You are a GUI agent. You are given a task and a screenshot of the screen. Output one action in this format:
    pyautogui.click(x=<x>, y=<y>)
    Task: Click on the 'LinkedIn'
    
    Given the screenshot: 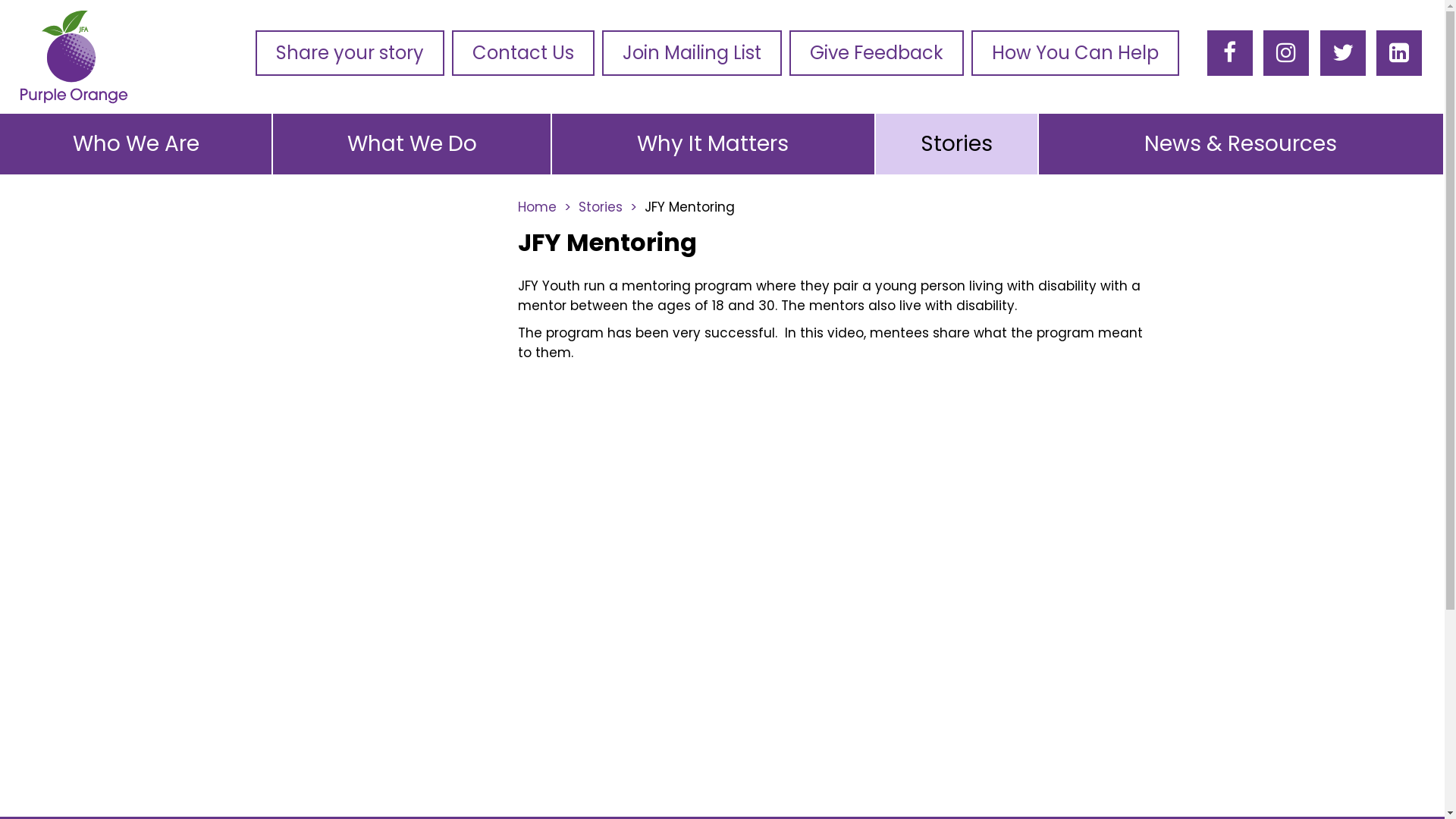 What is the action you would take?
    pyautogui.click(x=1389, y=52)
    